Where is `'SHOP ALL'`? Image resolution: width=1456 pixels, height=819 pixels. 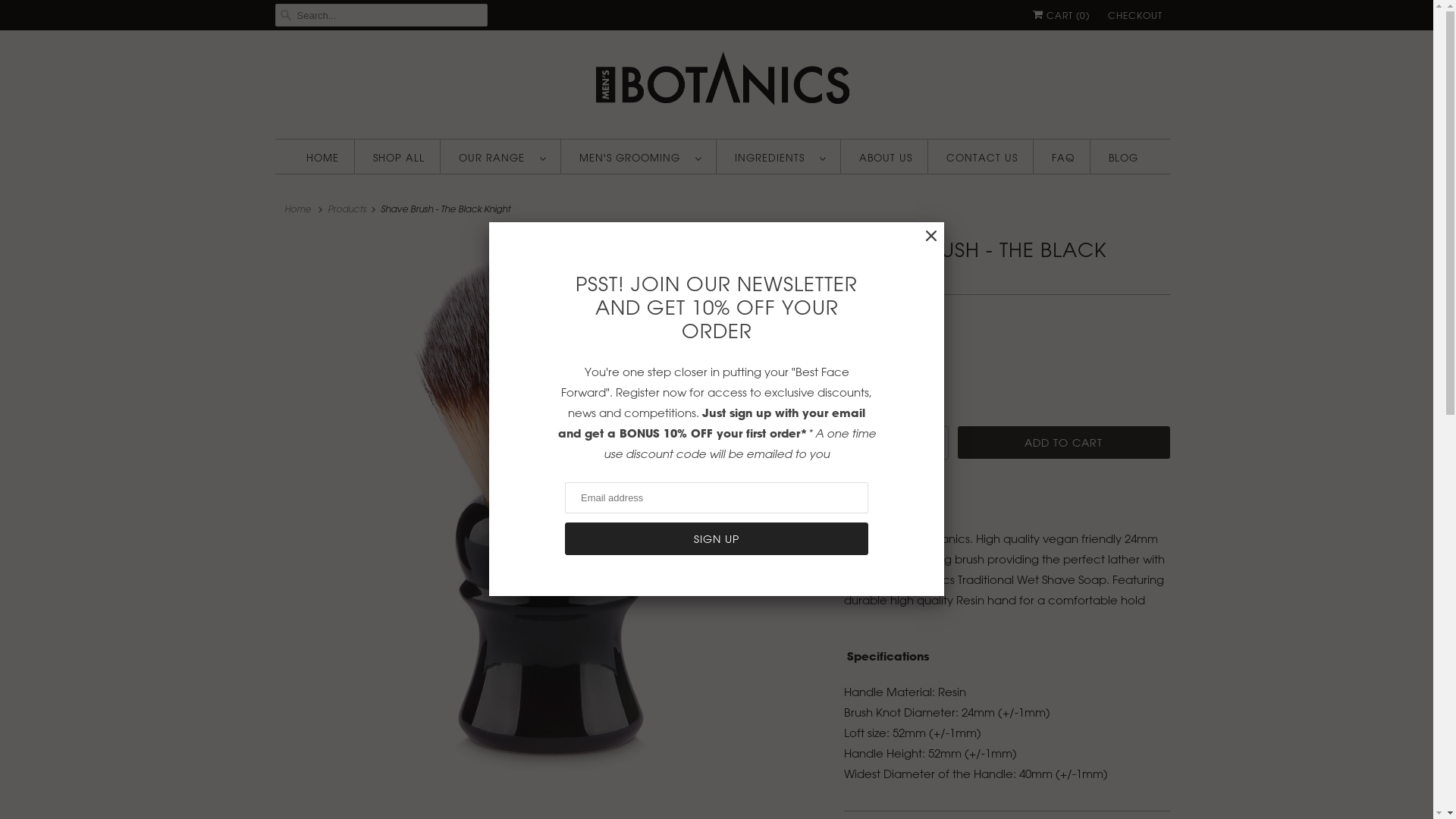
'SHOP ALL' is located at coordinates (372, 157).